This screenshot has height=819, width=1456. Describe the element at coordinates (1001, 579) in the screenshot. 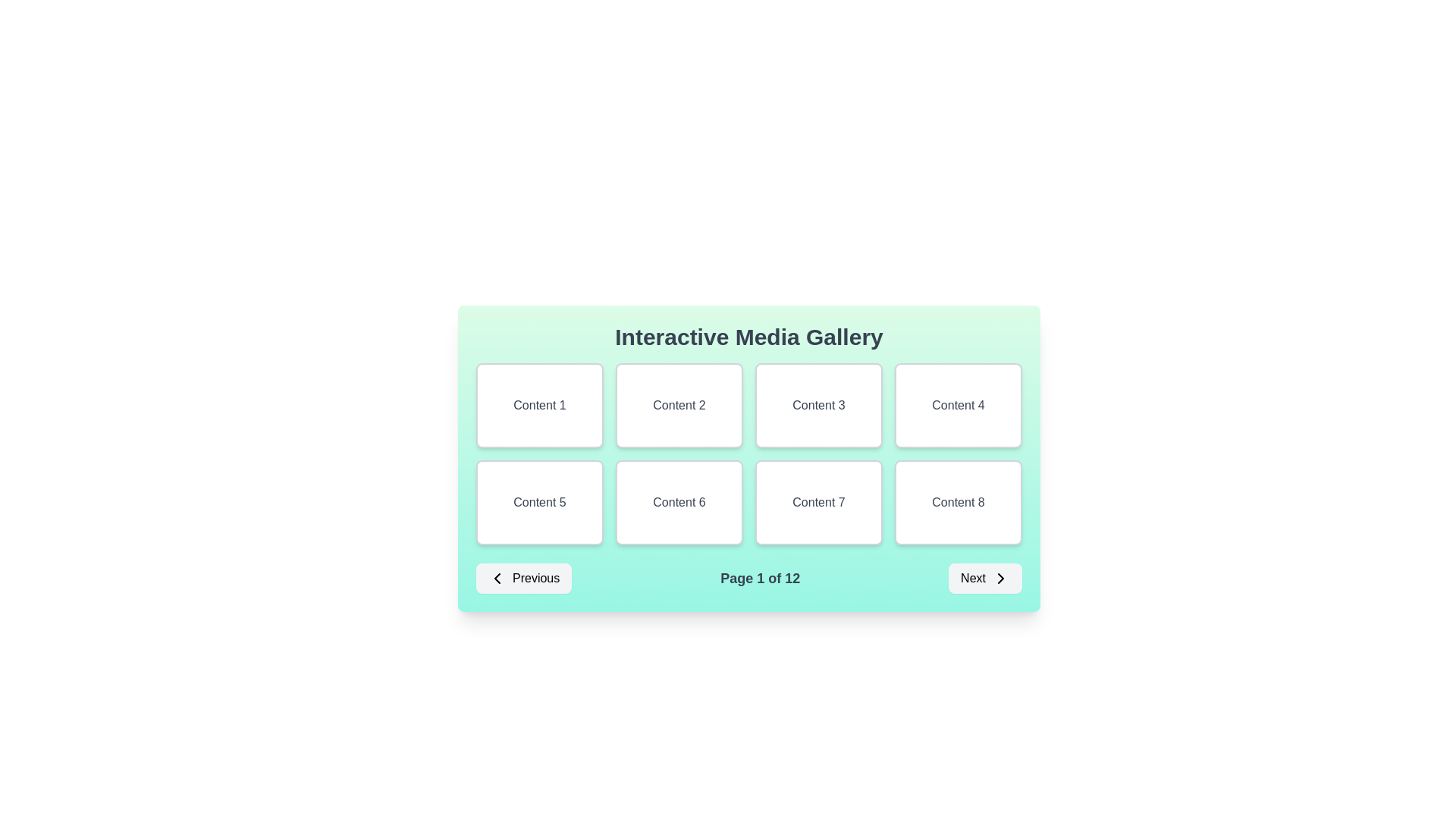

I see `the navigation icon located on the right side of the 'Next' button at the bottom-right of the page` at that location.